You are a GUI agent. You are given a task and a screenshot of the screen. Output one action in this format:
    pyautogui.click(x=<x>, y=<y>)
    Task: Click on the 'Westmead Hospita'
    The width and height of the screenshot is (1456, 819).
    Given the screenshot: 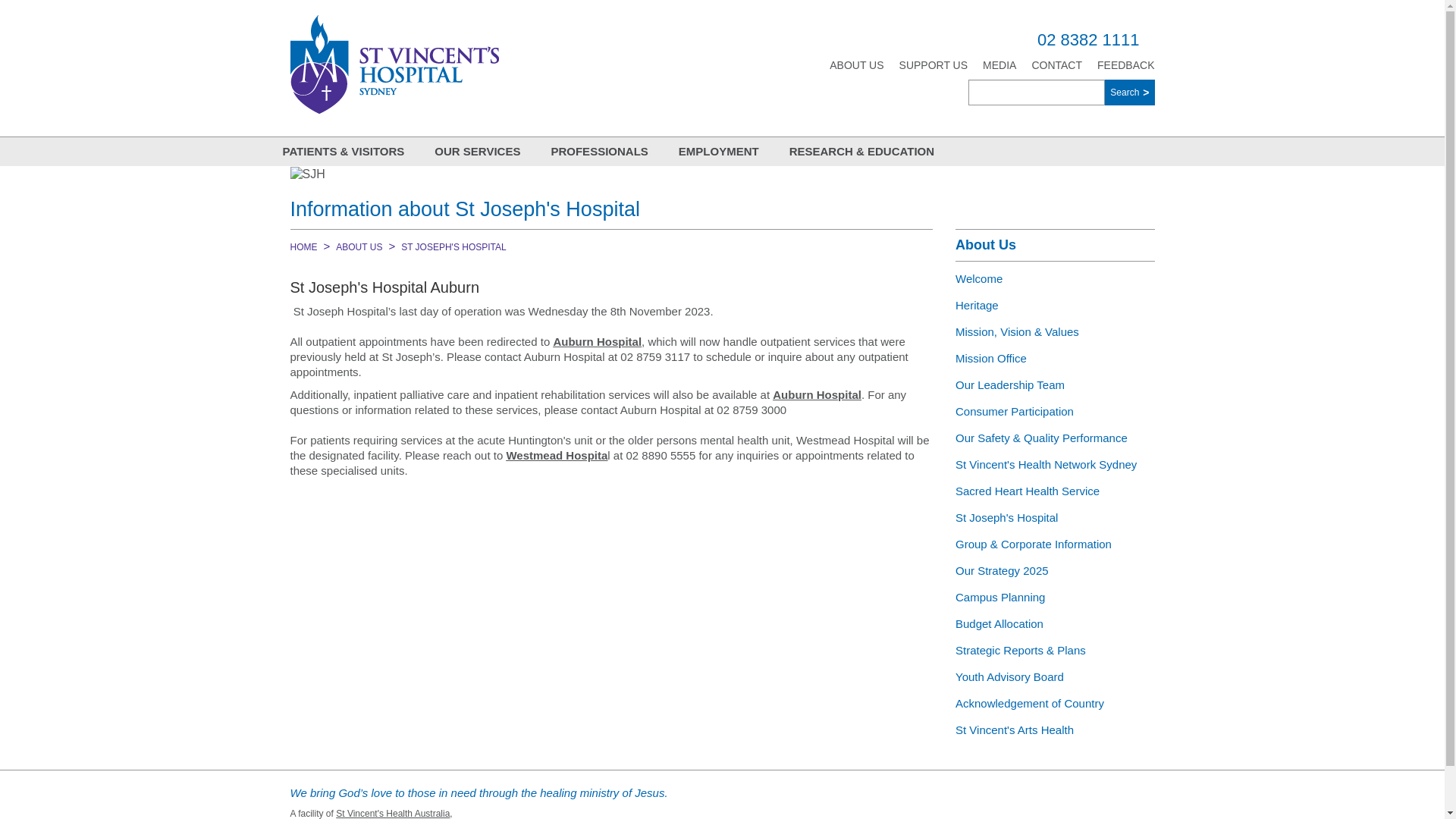 What is the action you would take?
    pyautogui.click(x=556, y=454)
    